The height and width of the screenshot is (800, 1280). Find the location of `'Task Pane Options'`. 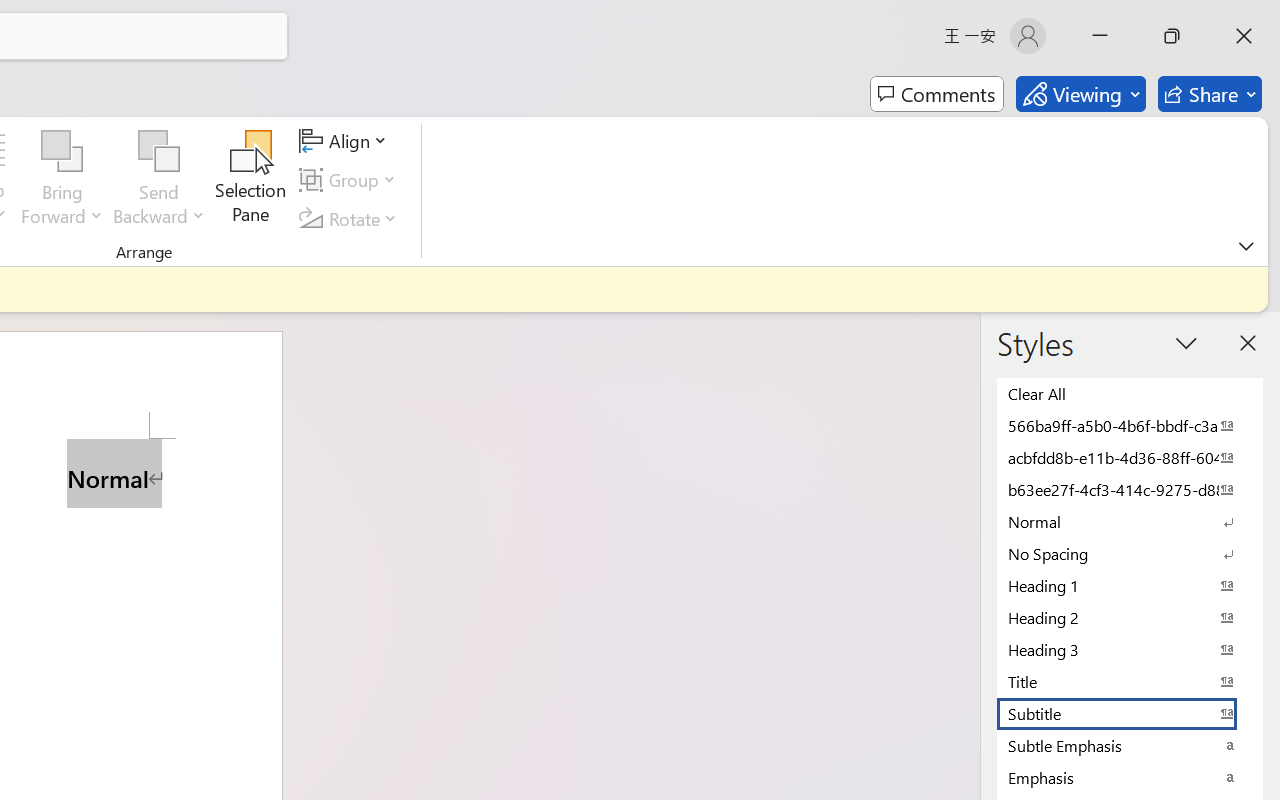

'Task Pane Options' is located at coordinates (1187, 343).